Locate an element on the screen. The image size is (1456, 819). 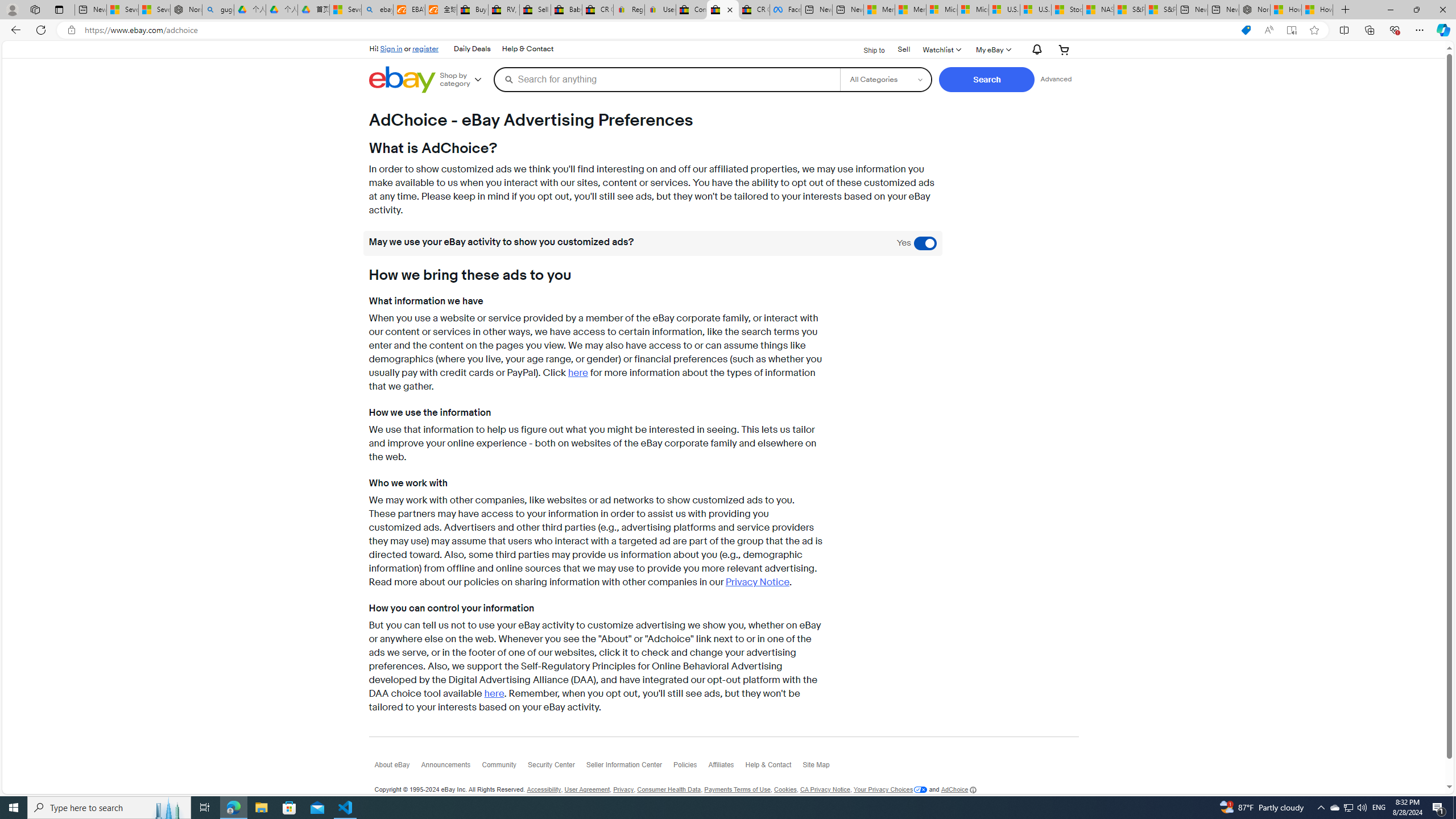
'About eBay' is located at coordinates (396, 767).